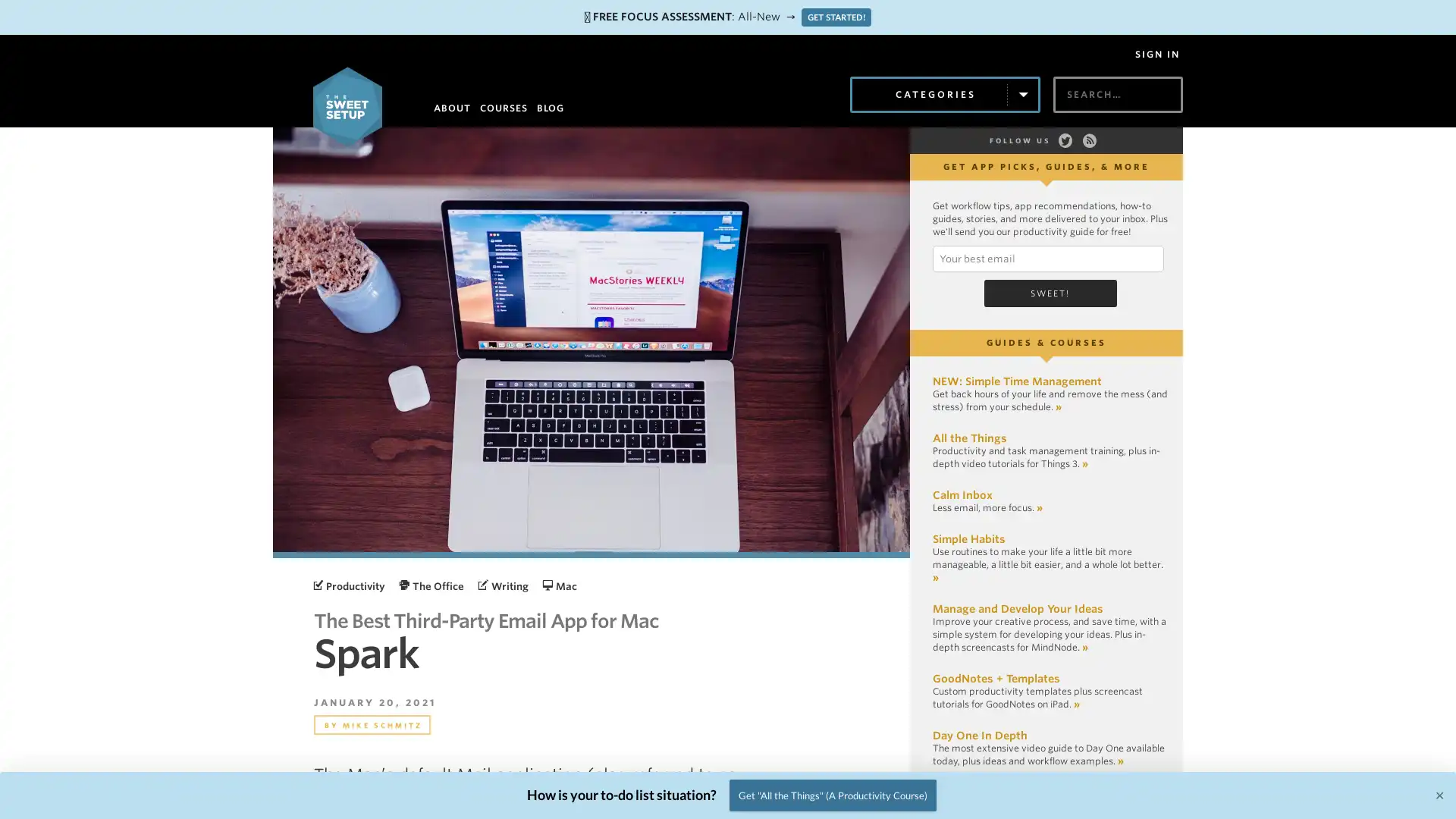  Describe the element at coordinates (832, 794) in the screenshot. I see `Get "All the Things" (A Productivity Course)` at that location.